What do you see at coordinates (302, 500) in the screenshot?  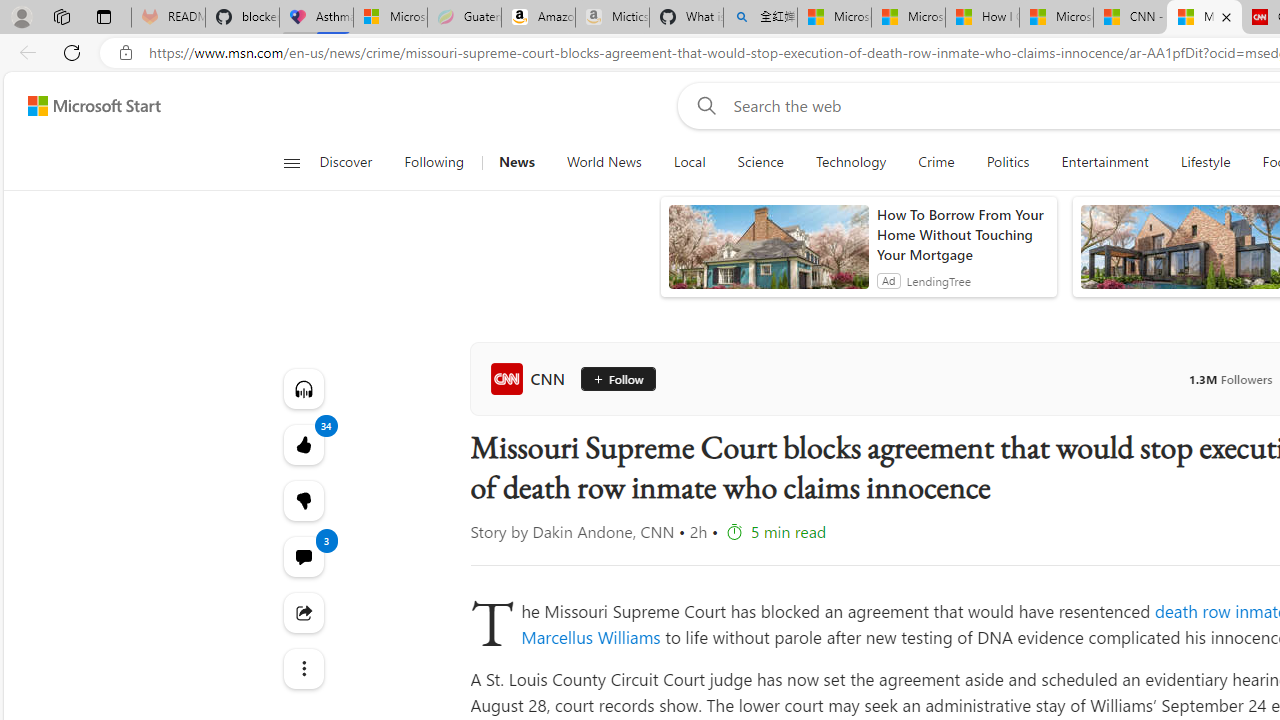 I see `'Dislike'` at bounding box center [302, 500].